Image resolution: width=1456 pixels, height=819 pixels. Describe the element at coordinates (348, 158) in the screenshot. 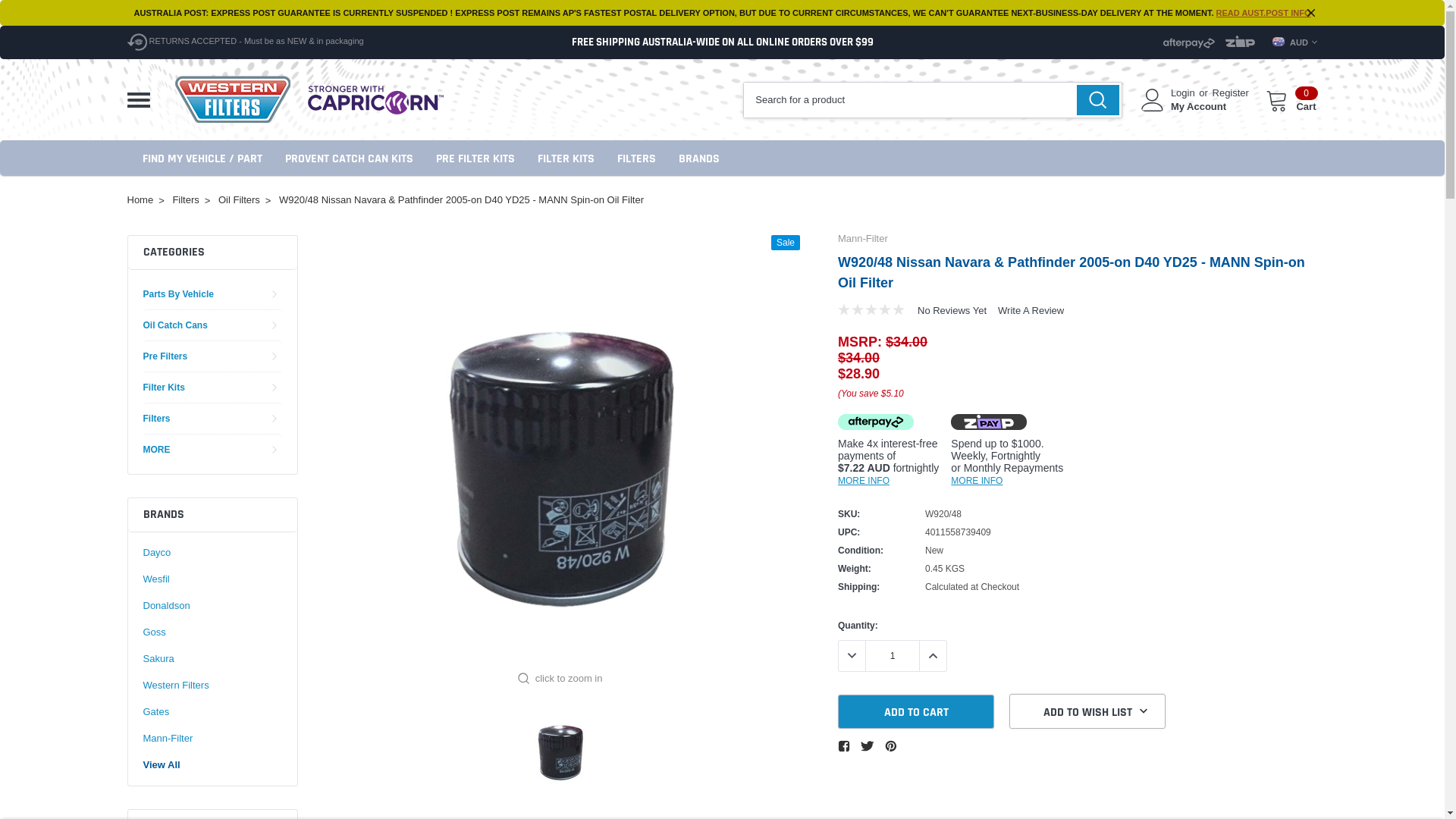

I see `'PROVENT CATCH CAN KITS'` at that location.